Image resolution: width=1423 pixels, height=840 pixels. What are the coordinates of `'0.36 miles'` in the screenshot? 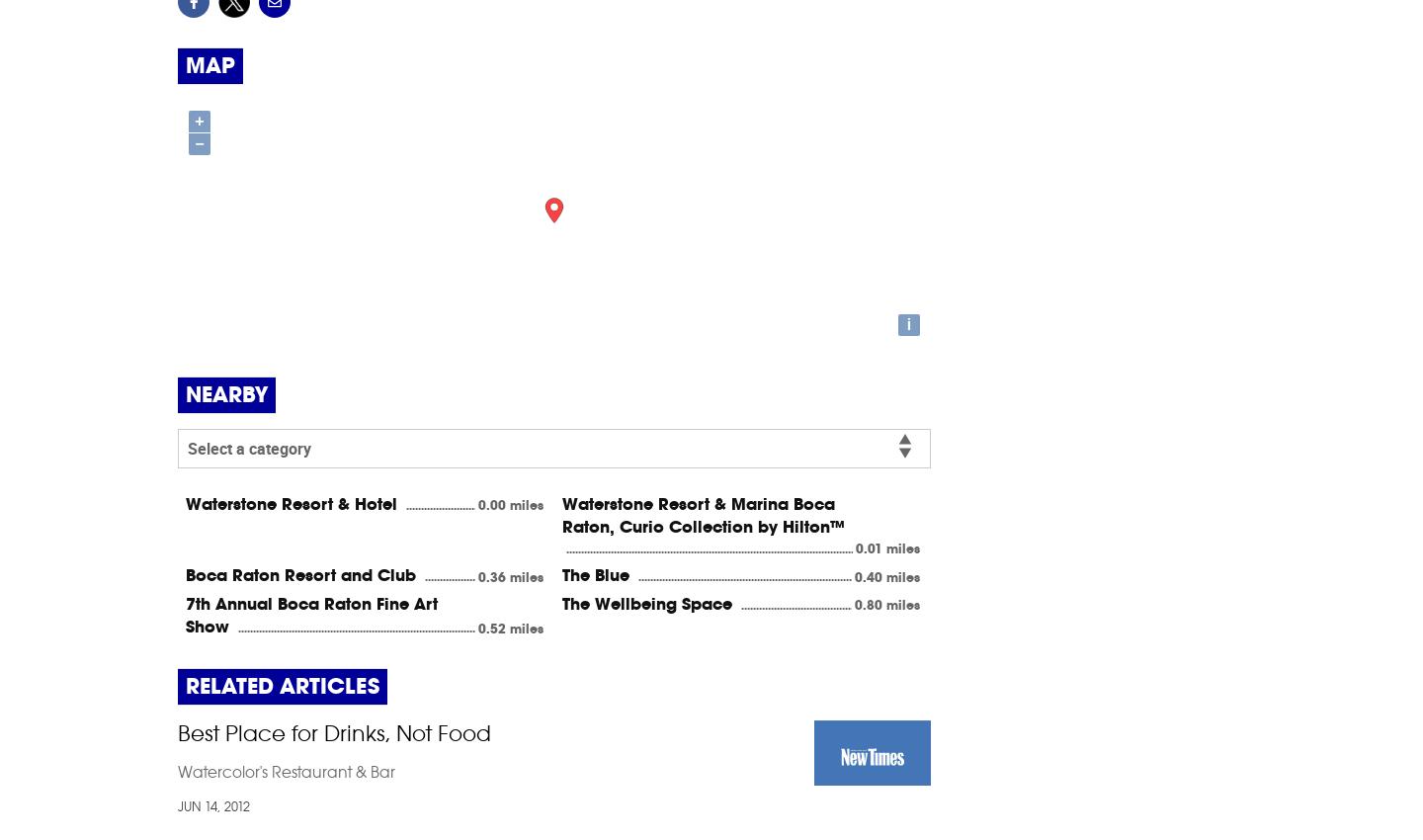 It's located at (509, 576).